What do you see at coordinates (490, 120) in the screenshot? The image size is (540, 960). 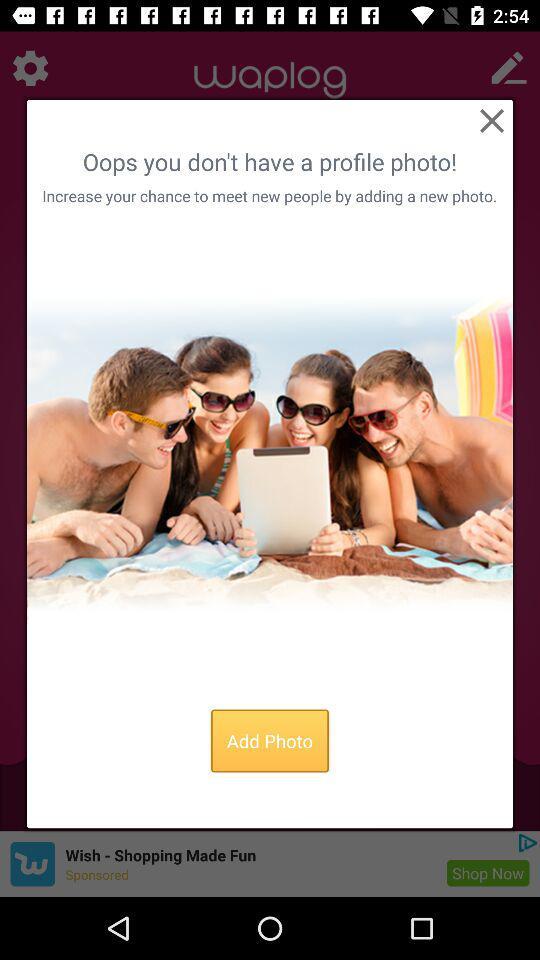 I see `the icon at the top right corner` at bounding box center [490, 120].